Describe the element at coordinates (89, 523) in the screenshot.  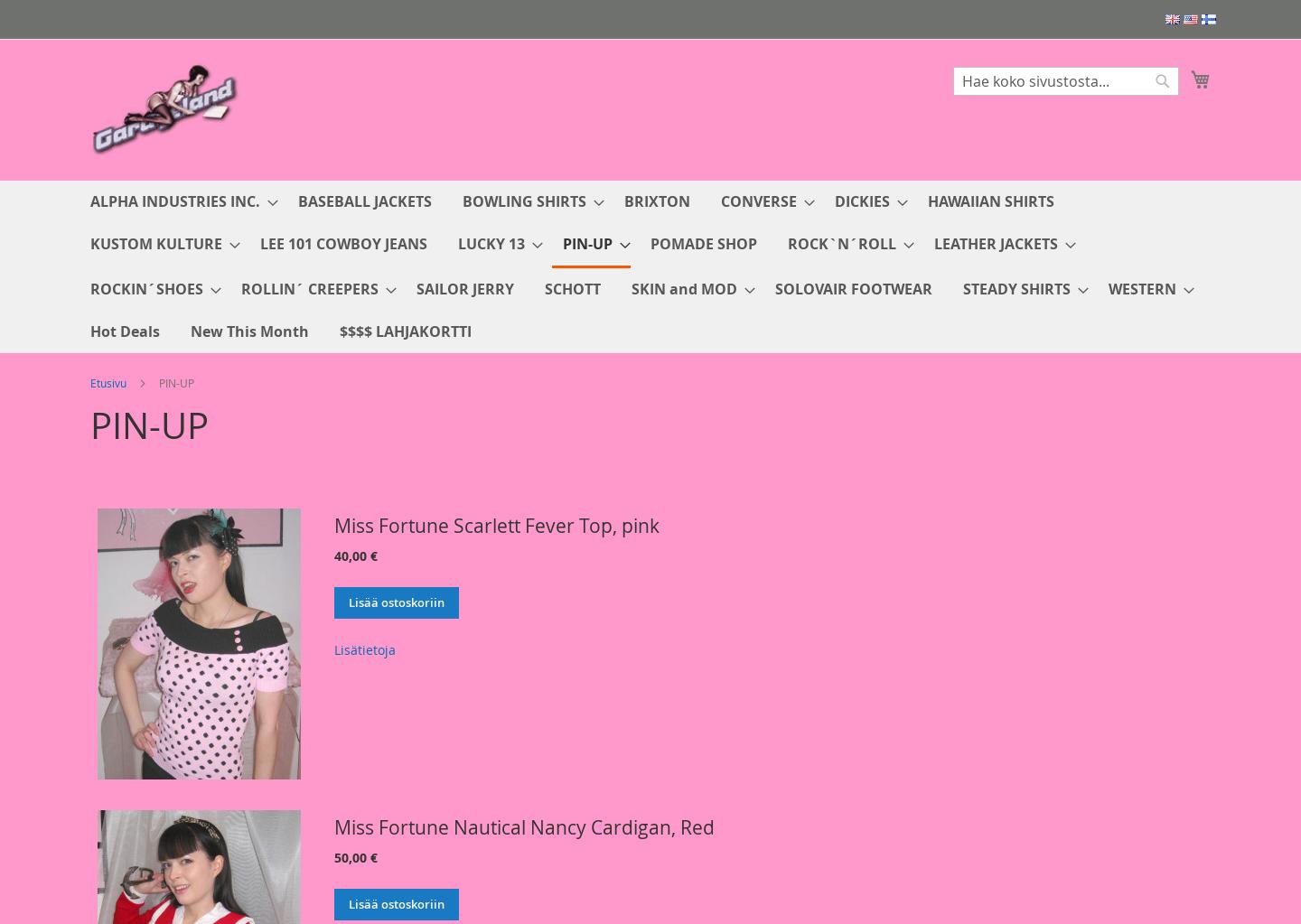
I see `'Tuotteet'` at that location.